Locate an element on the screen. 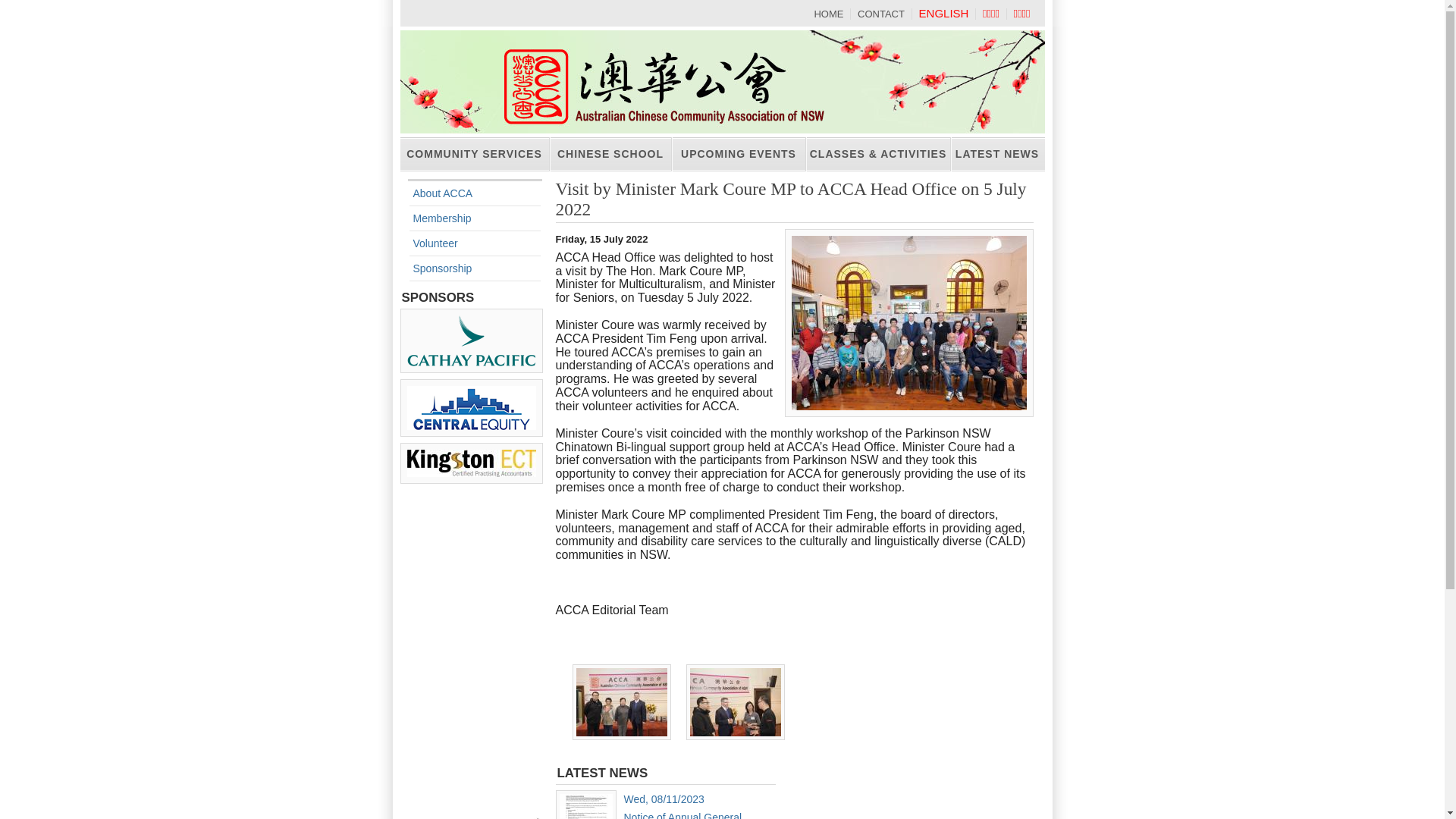 The image size is (1456, 819). 'CONTACT' is located at coordinates (880, 14).